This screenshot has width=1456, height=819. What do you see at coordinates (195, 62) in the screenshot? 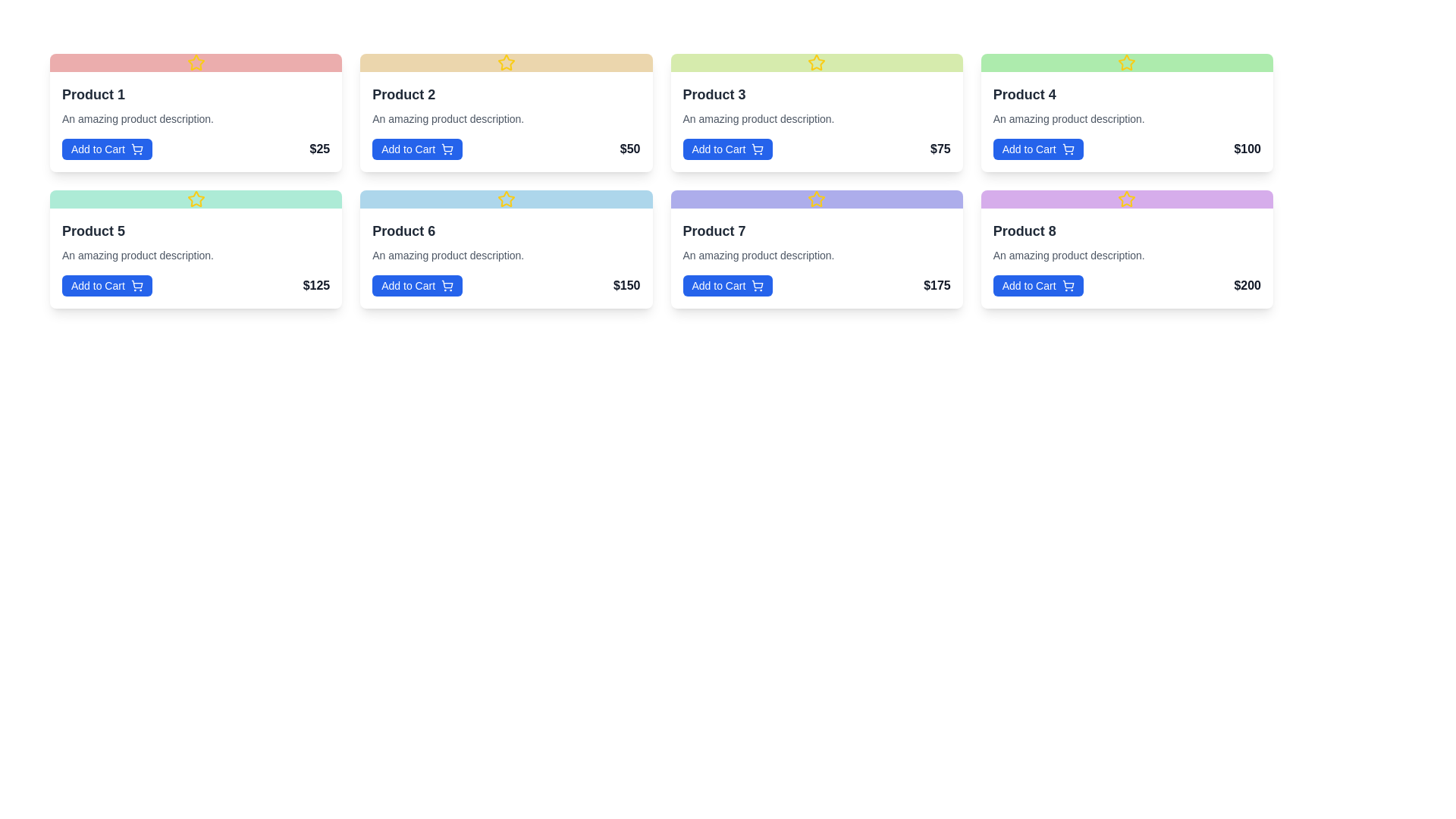
I see `the golden star icon located in the header section of the card titled 'Product 1', which has a light red background and is positioned in the top-left corner of the grid` at bounding box center [195, 62].